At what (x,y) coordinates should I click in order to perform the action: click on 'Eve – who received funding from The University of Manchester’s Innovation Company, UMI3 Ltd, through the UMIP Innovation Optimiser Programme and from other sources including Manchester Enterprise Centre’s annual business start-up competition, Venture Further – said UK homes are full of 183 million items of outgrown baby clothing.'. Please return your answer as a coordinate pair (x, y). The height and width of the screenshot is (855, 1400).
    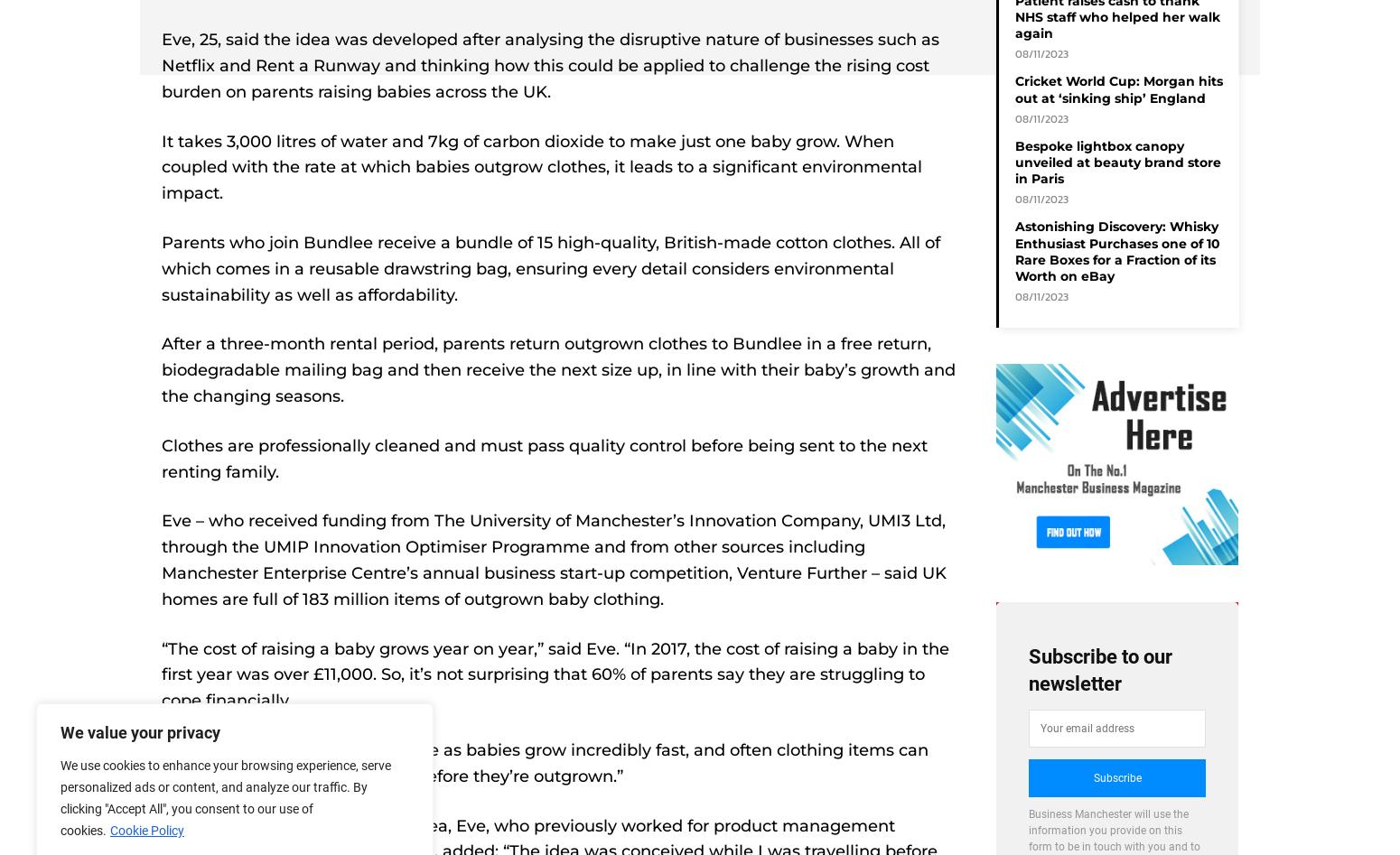
    Looking at the image, I should click on (554, 560).